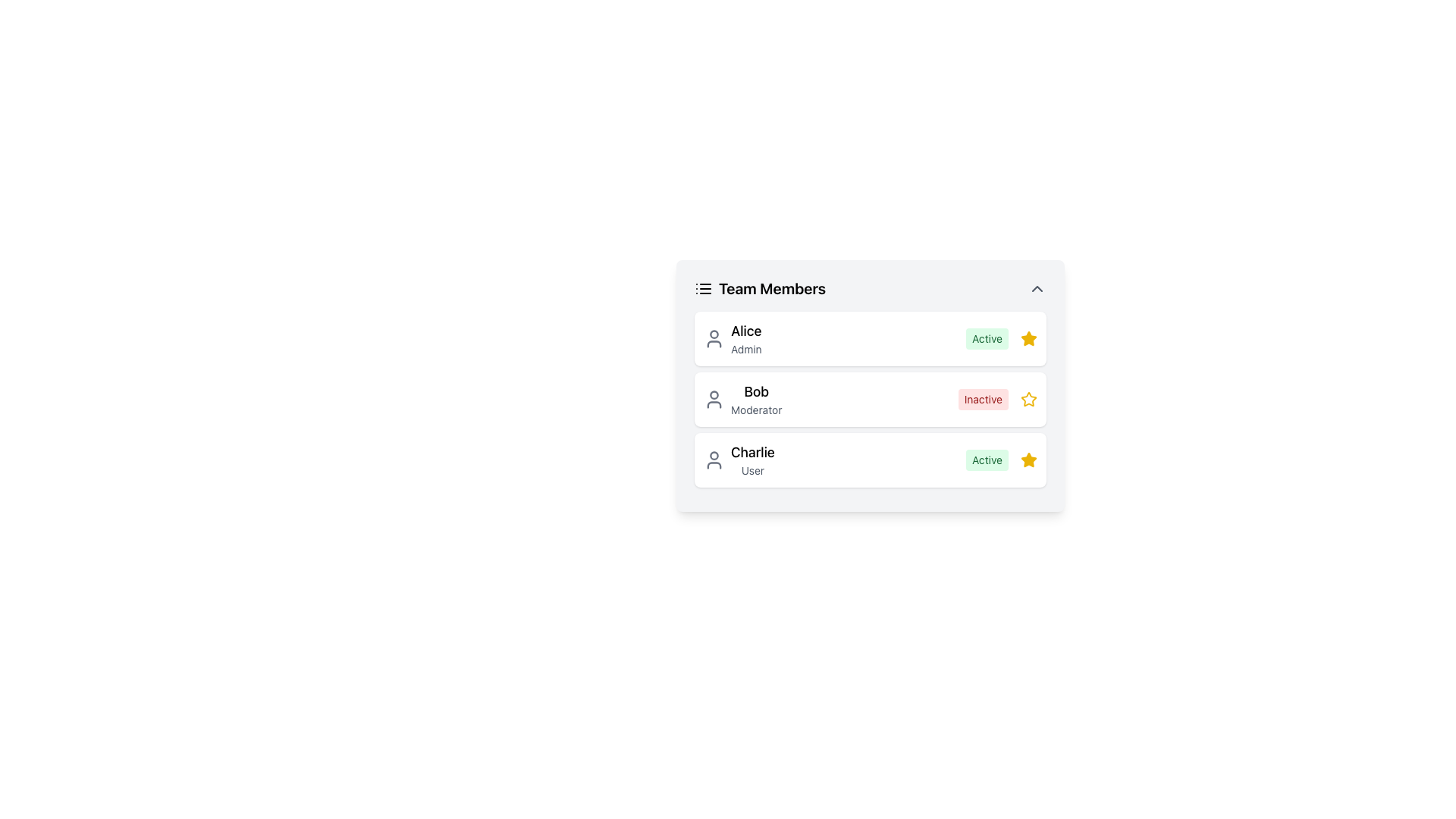 The height and width of the screenshot is (819, 1456). What do you see at coordinates (742, 399) in the screenshot?
I see `text from the Label with an icon representing team member Bob, who is a Moderator, located in the 'Team Members' section beneath Alice Admin and above Charlie User` at bounding box center [742, 399].